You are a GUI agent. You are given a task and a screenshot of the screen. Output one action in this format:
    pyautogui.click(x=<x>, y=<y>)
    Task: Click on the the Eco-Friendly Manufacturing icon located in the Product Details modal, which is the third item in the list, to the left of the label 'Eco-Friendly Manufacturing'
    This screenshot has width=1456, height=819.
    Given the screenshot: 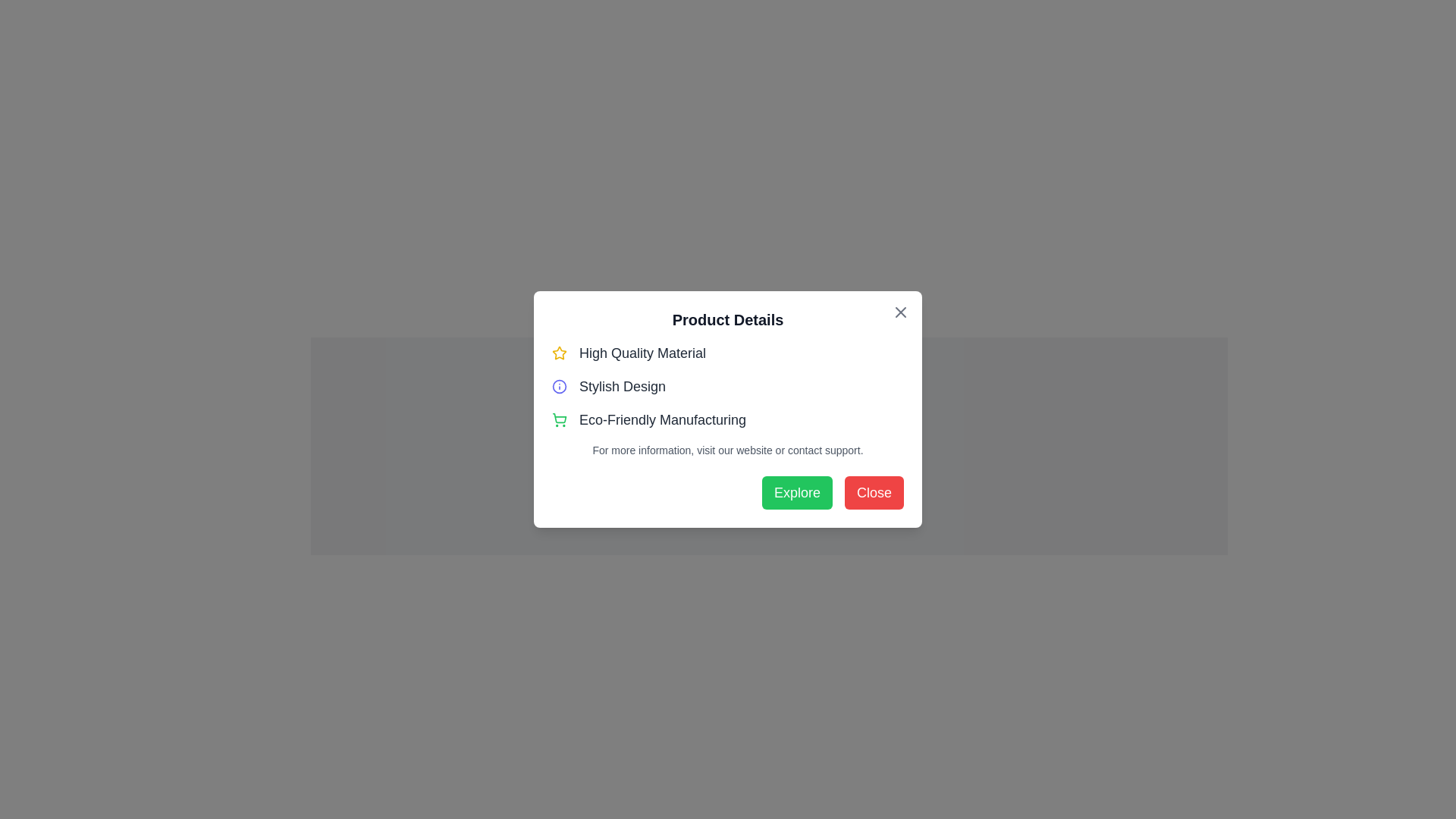 What is the action you would take?
    pyautogui.click(x=559, y=420)
    